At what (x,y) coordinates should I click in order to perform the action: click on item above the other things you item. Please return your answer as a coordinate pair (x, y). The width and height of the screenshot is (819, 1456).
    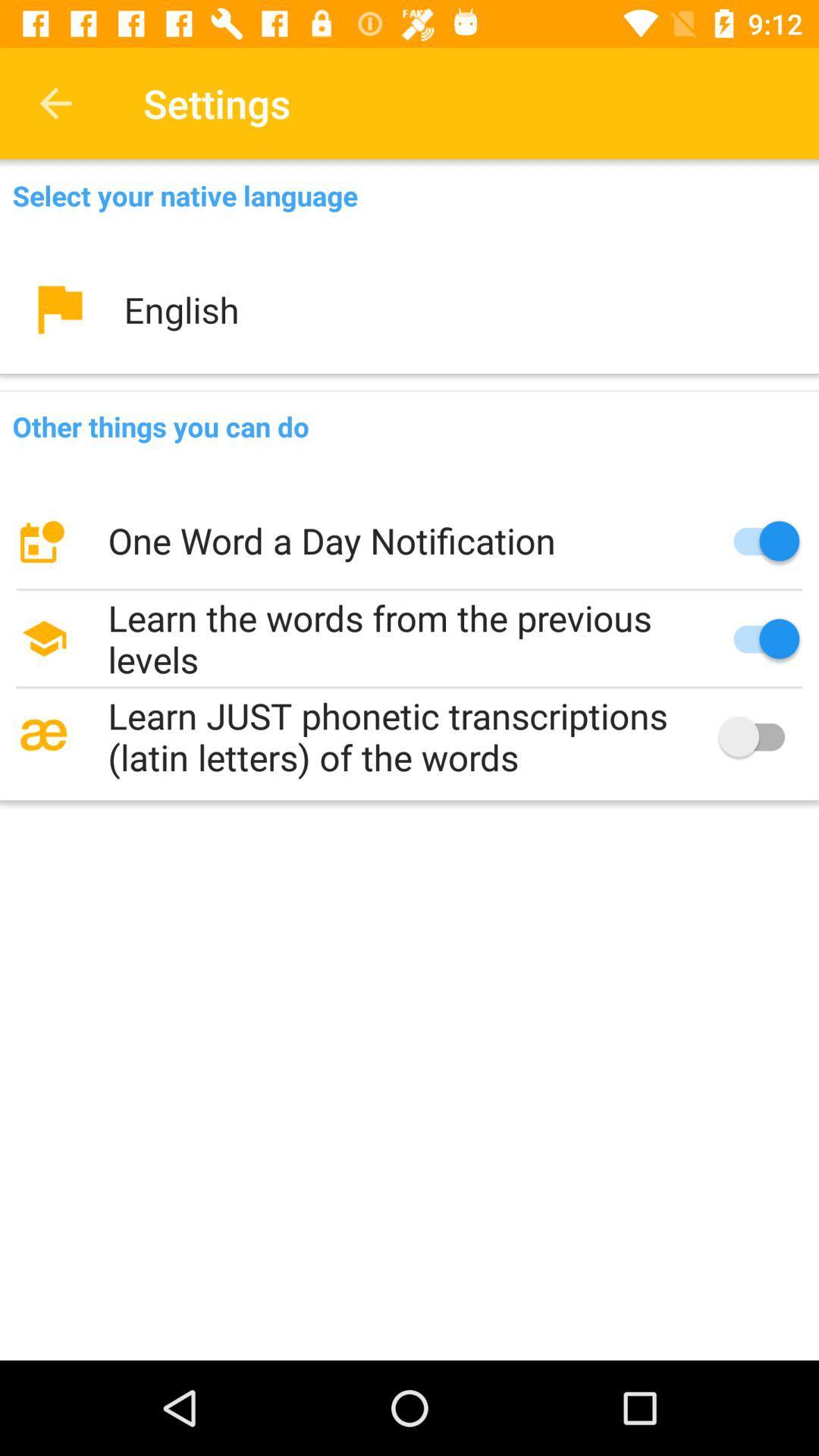
    Looking at the image, I should click on (409, 309).